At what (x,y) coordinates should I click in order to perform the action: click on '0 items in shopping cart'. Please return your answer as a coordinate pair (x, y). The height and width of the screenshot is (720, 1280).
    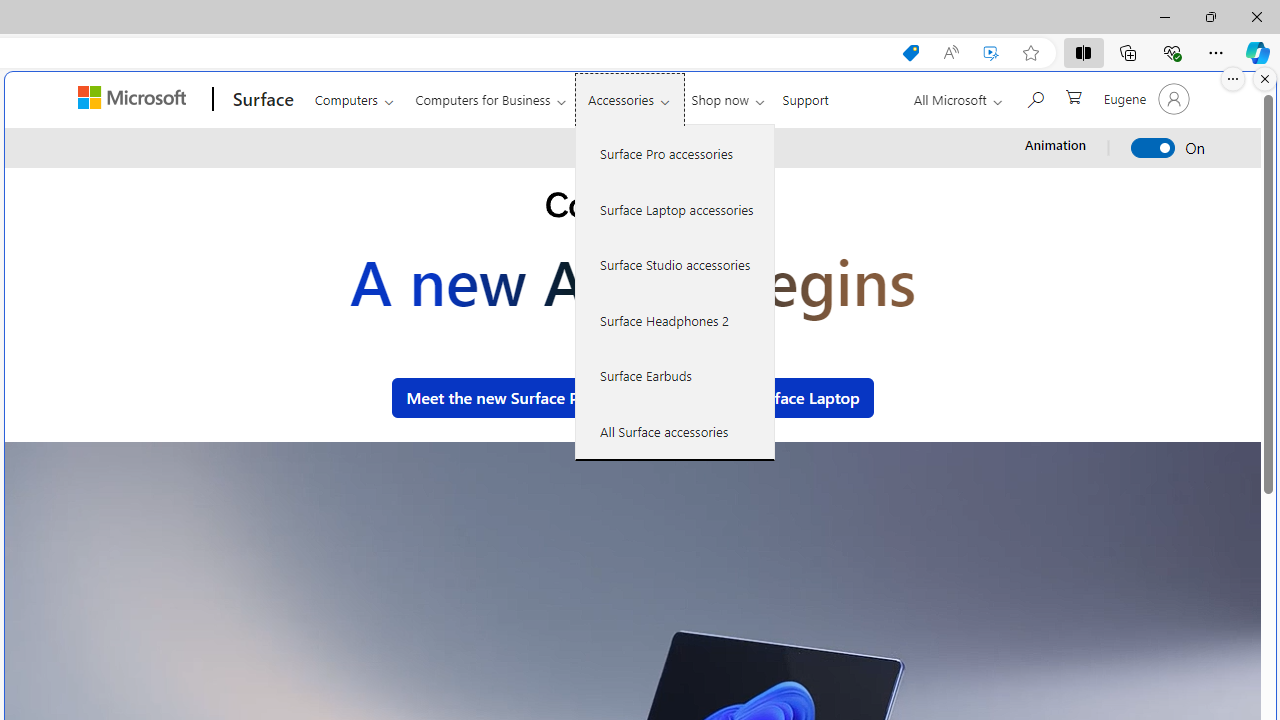
    Looking at the image, I should click on (1072, 95).